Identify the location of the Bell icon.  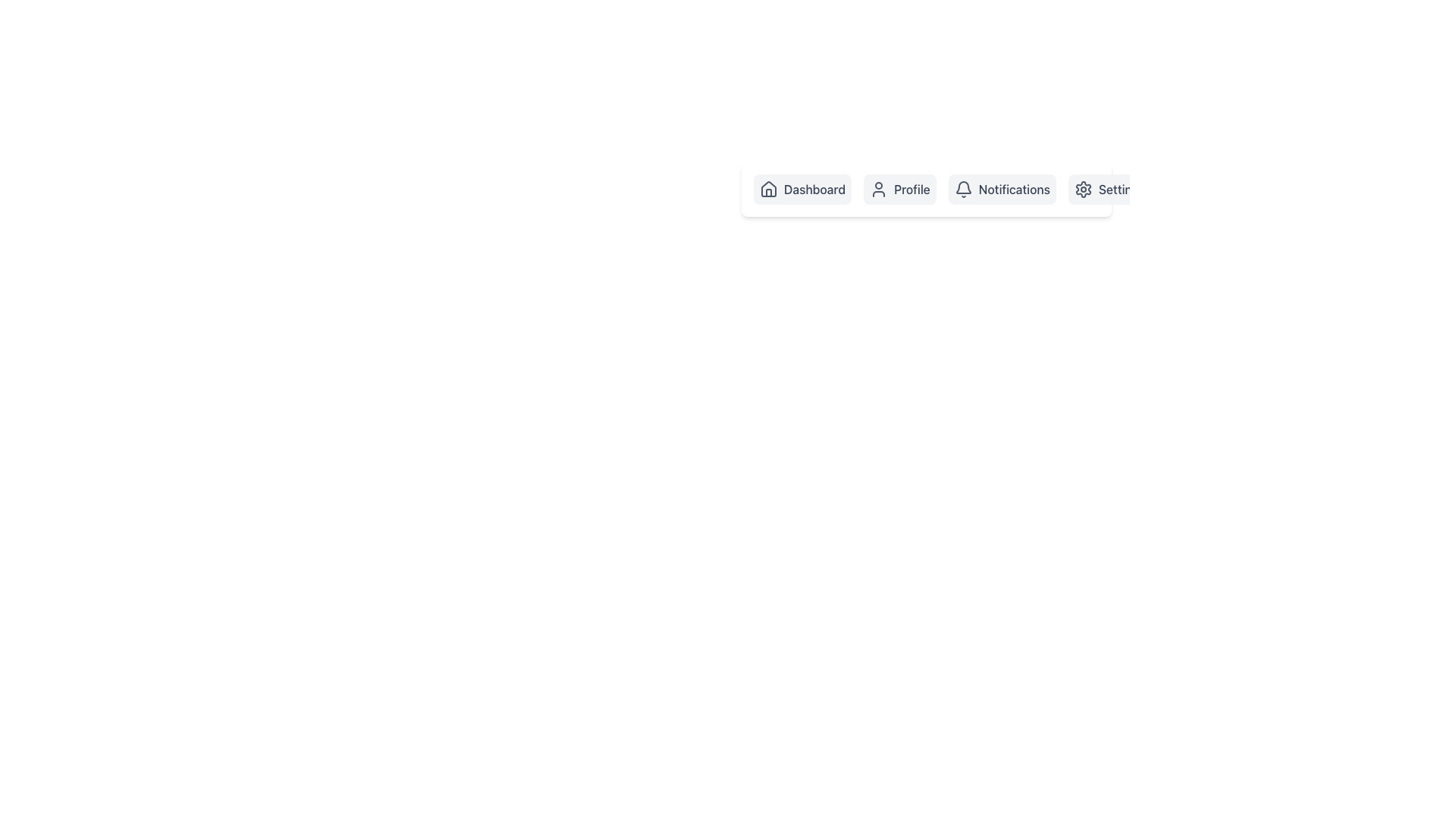
(962, 189).